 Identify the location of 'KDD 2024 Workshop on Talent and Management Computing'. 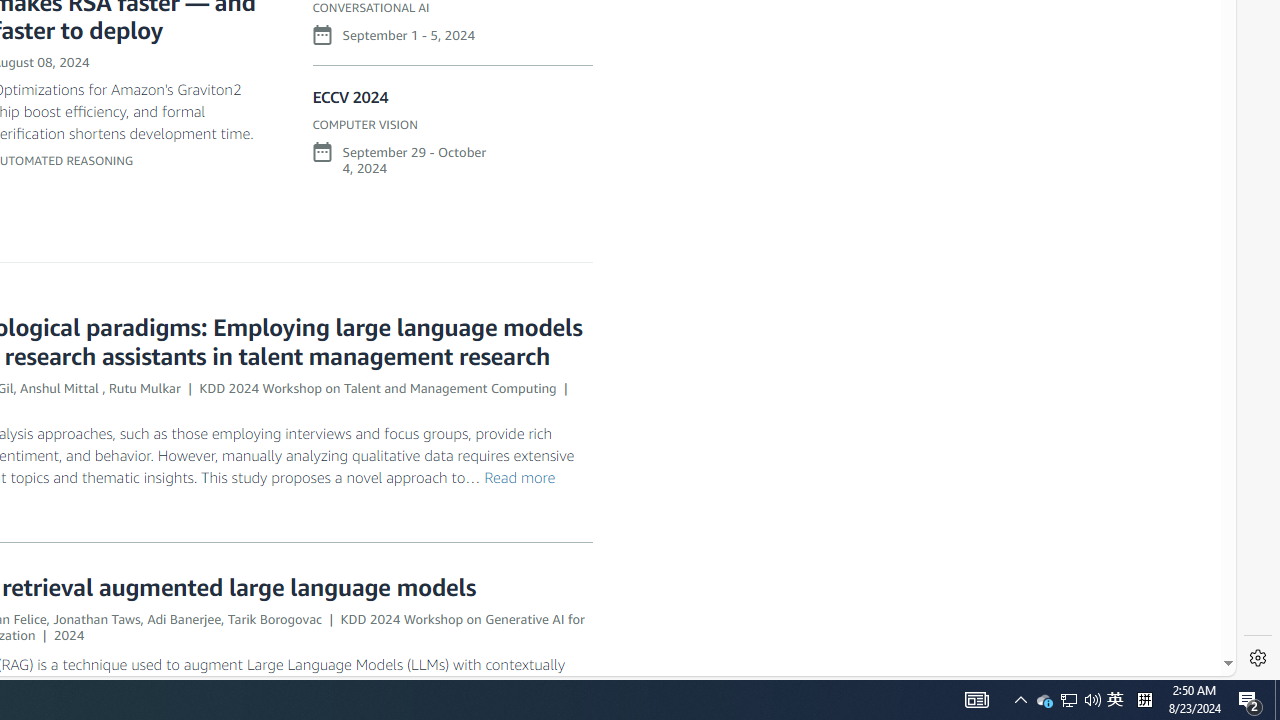
(377, 387).